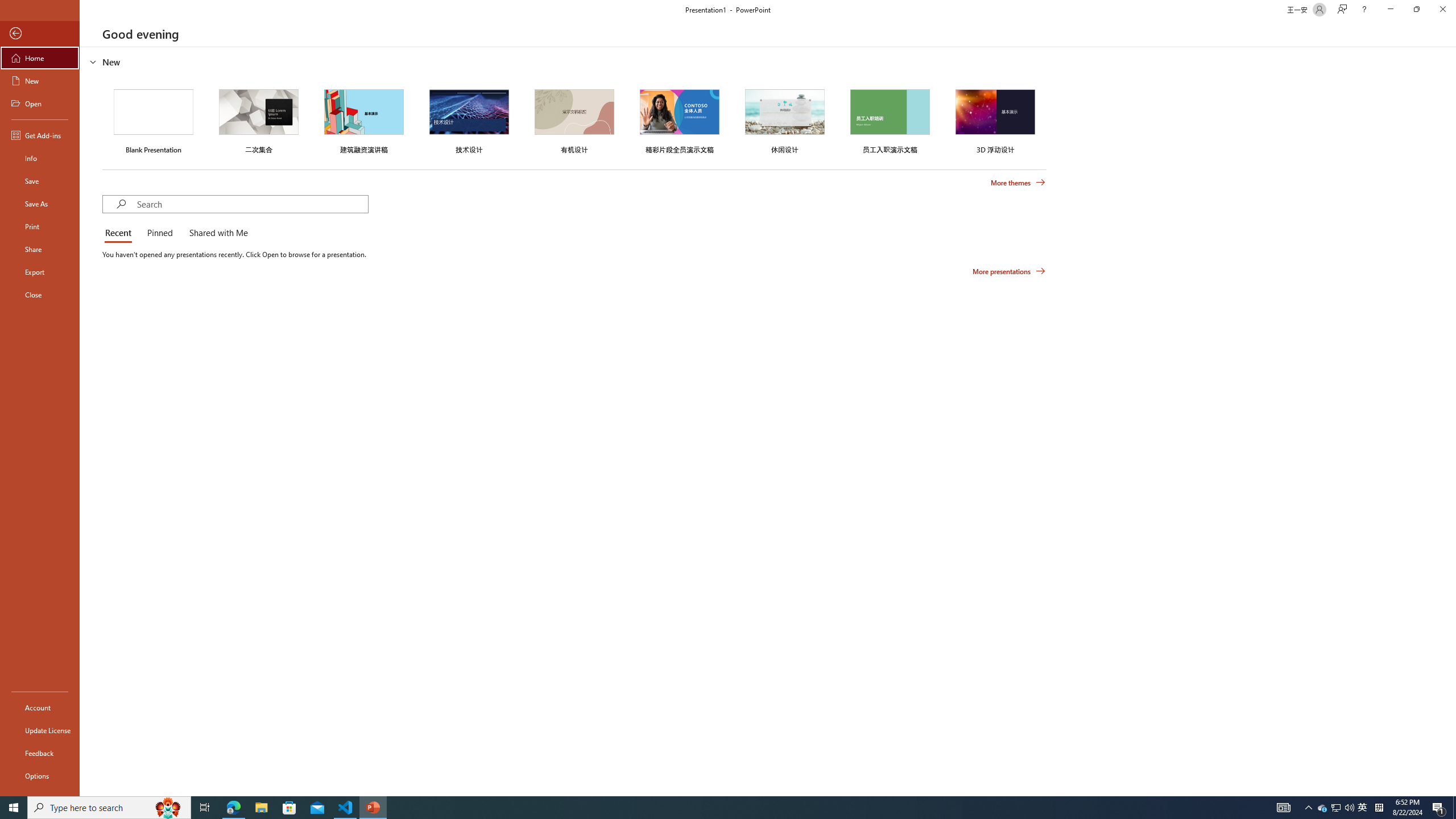 This screenshot has width=1456, height=819. I want to click on 'New', so click(39, 80).